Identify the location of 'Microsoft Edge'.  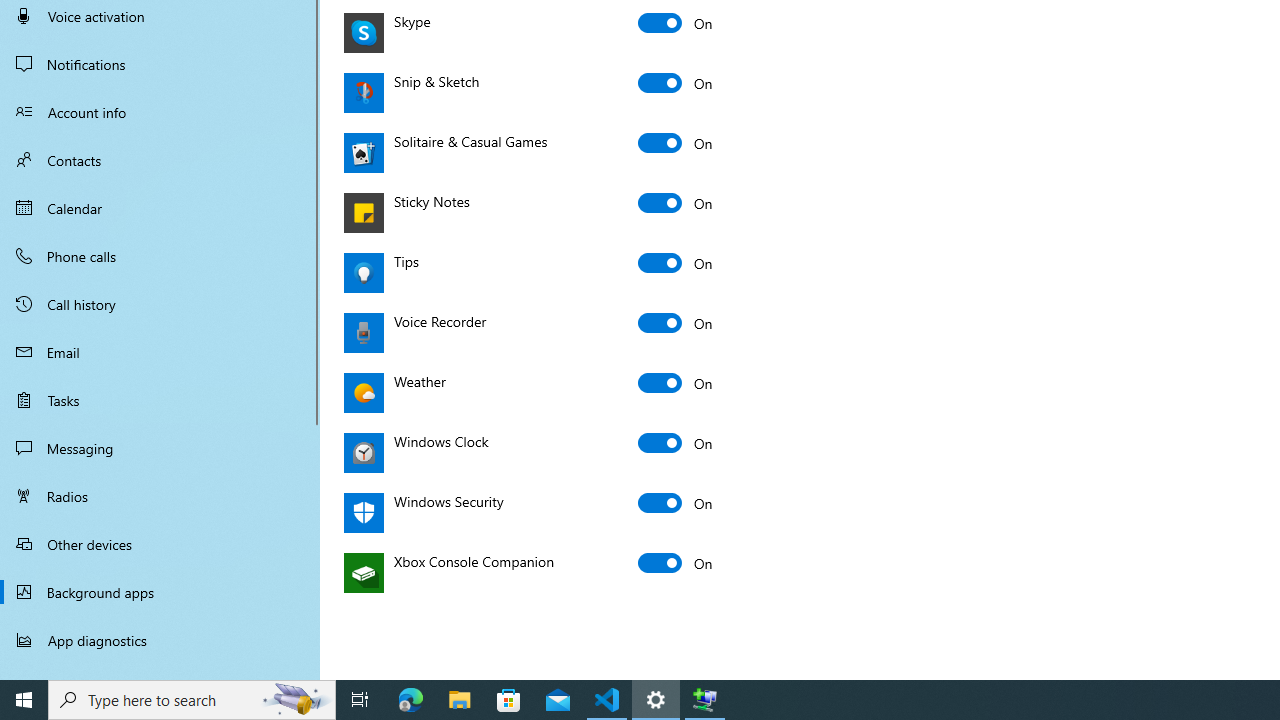
(410, 698).